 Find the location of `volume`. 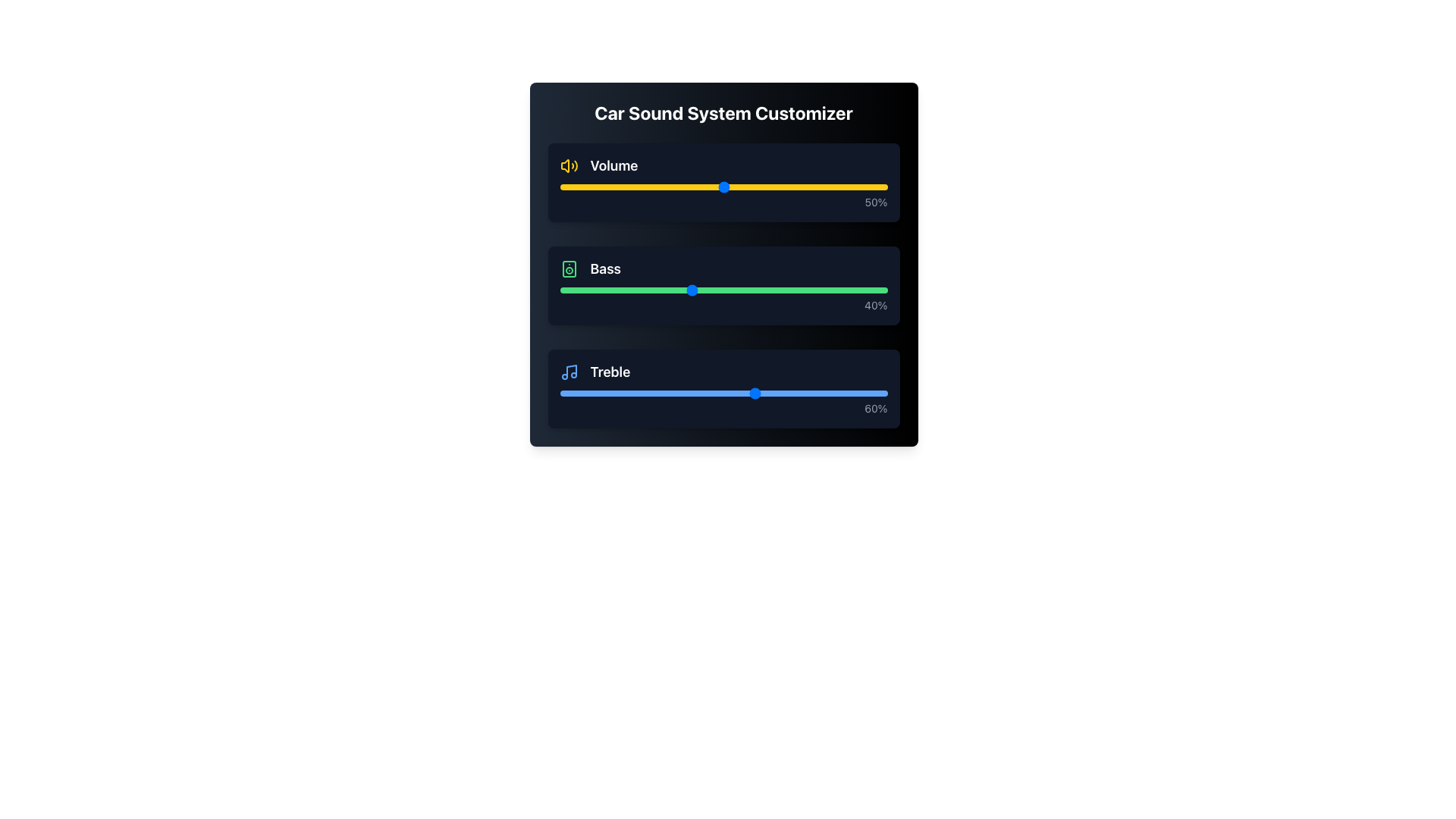

volume is located at coordinates (858, 186).